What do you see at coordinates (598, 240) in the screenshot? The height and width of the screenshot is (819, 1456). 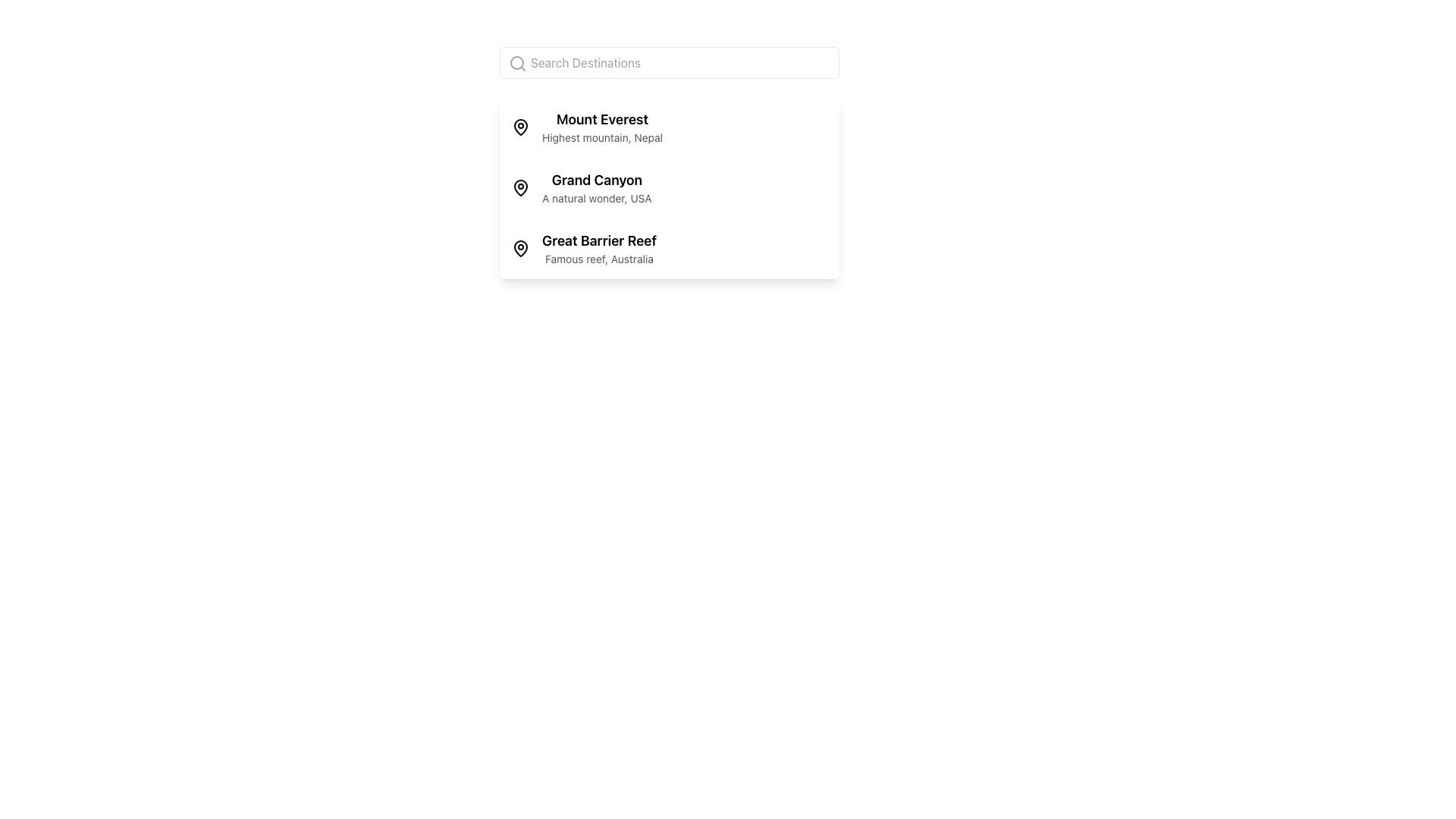 I see `the label 'Great Barrier Reef' which serves as the title for a travel destination in a vertical list, positioned above the description 'Famous reef, Australia'` at bounding box center [598, 240].